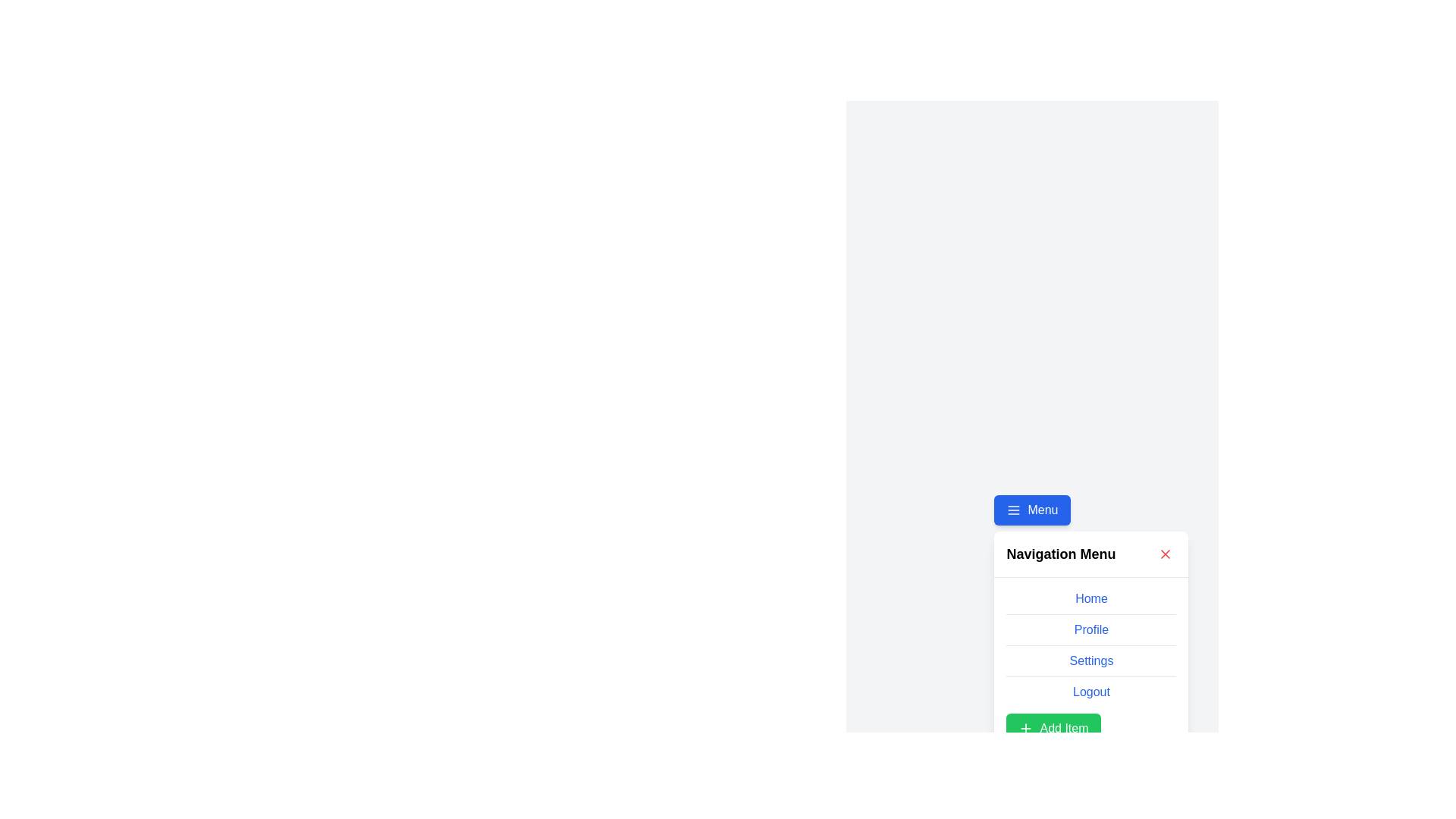 This screenshot has width=1456, height=819. Describe the element at coordinates (1090, 692) in the screenshot. I see `the 'Logout' text link located in the drop-down menu under the 'Navigation Menu' section, which is styled with blue text and an underline on hover` at that location.